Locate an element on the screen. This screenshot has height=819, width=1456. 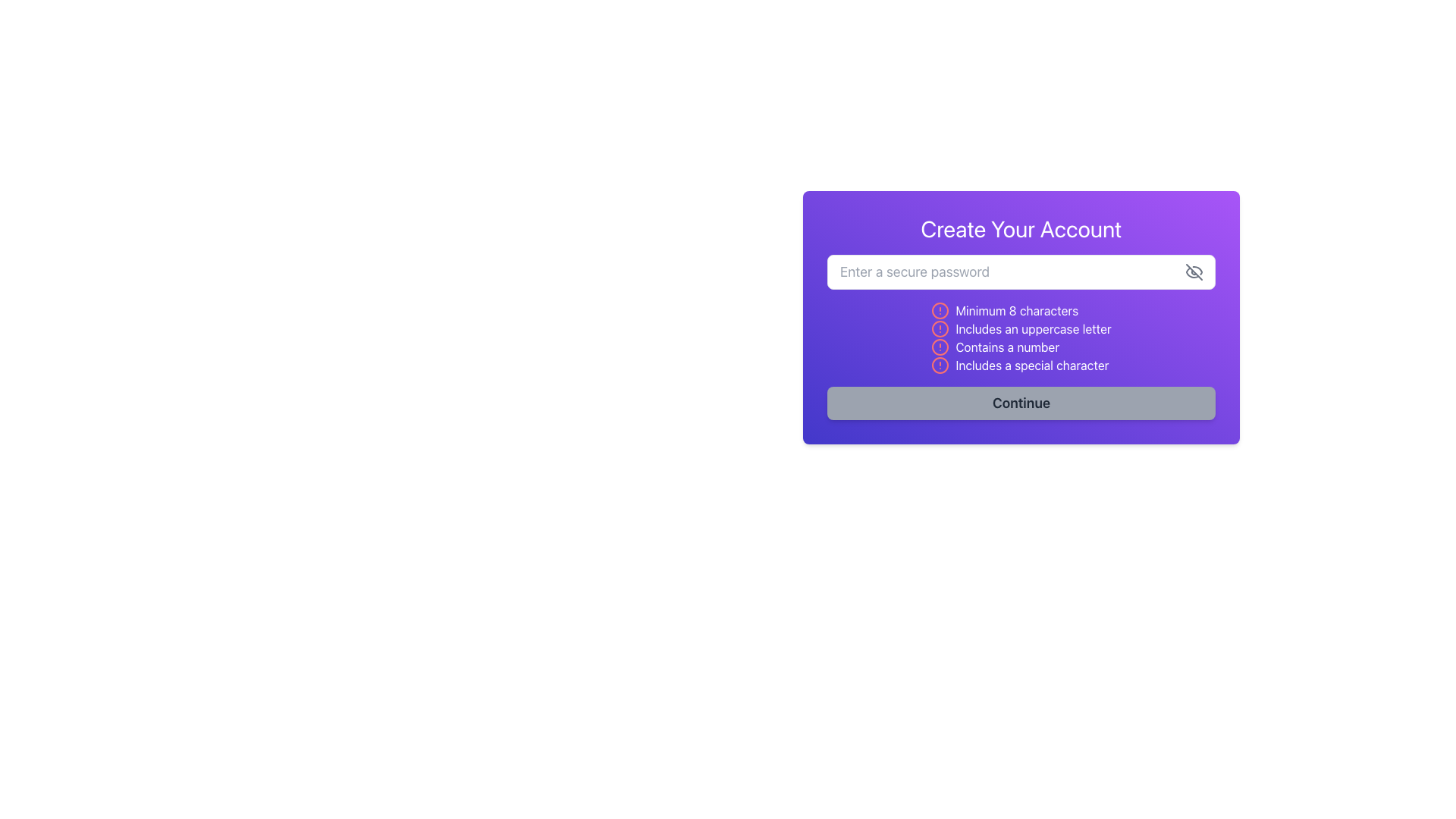
the informational list displaying password requirements, located below the password input field and above the 'Continue' button in the 'Create Your Account' form is located at coordinates (1021, 337).